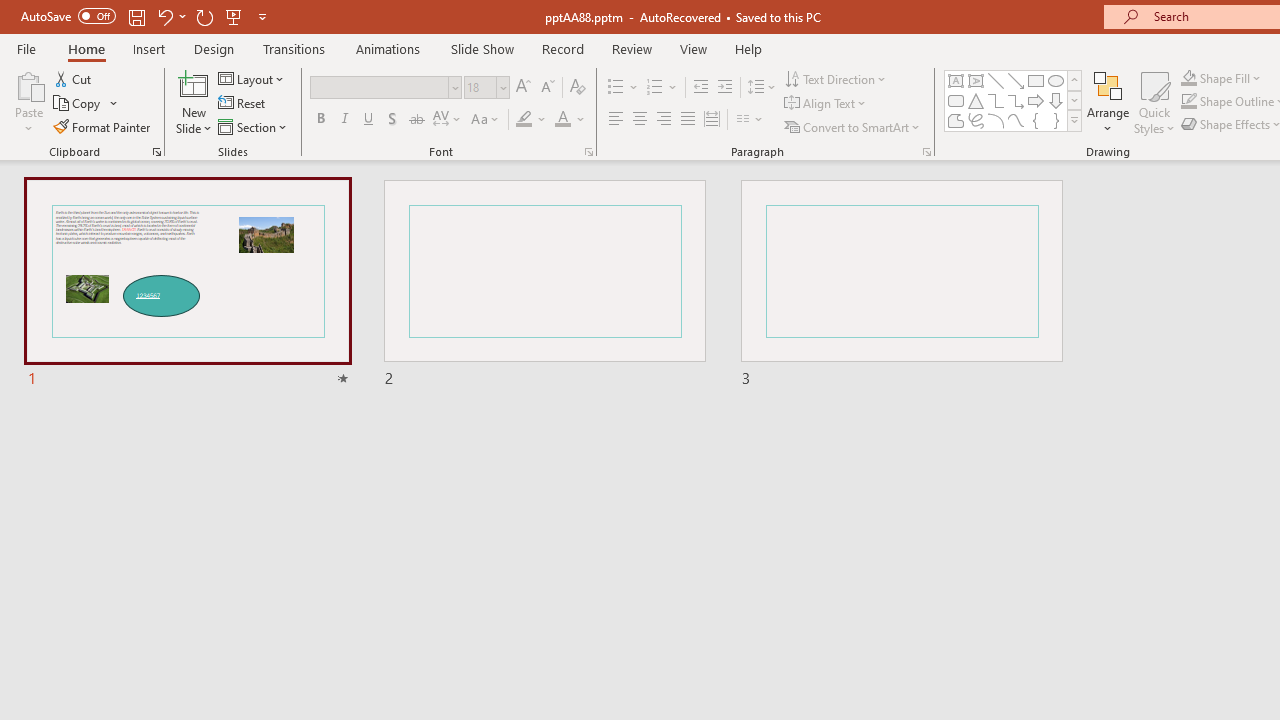  I want to click on 'Increase Font Size', so click(522, 86).